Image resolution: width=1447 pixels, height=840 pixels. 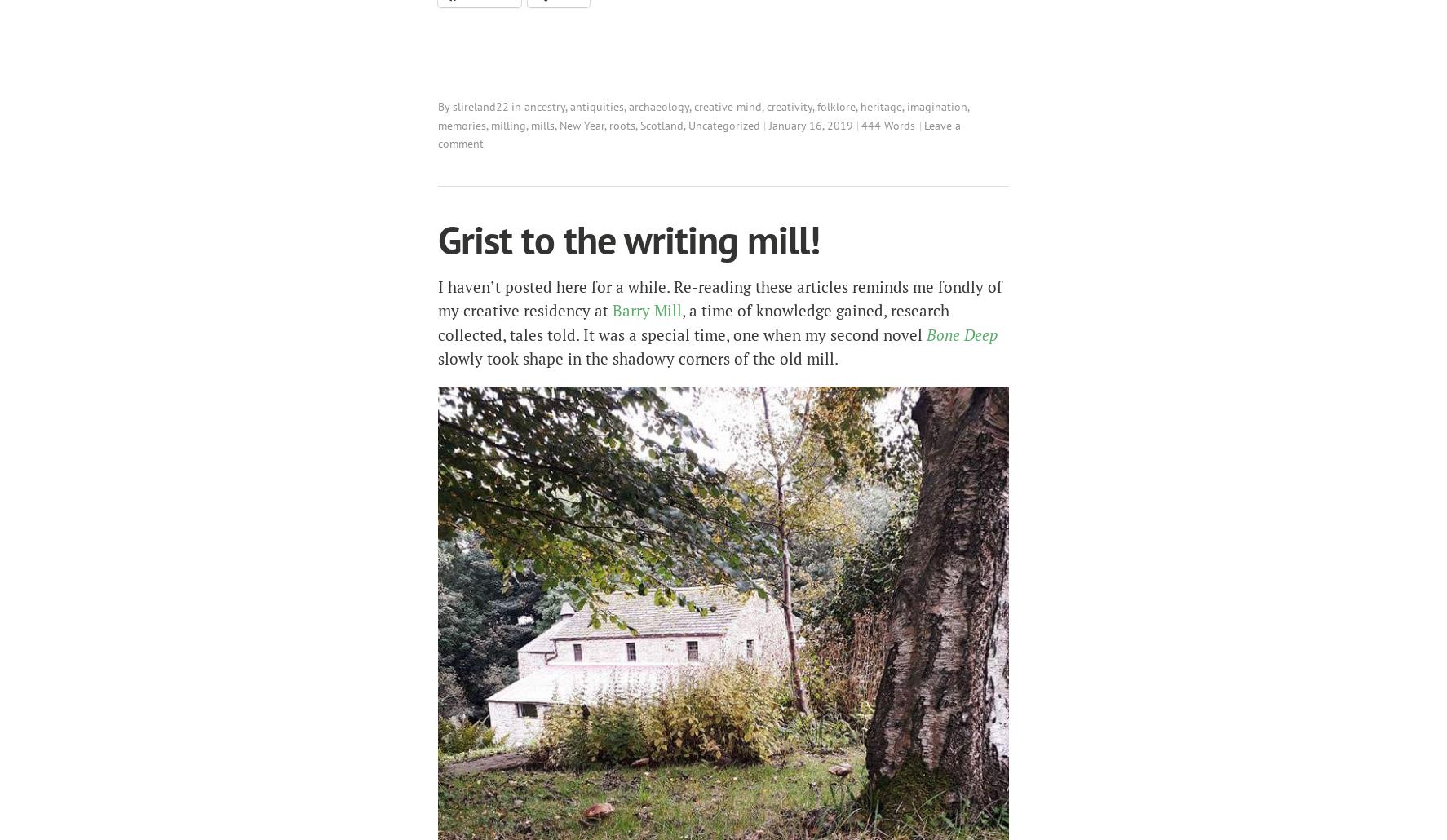 What do you see at coordinates (693, 322) in the screenshot?
I see `', a time of knowledge gained, research collected, tales told. It was a special time, one when my second novel'` at bounding box center [693, 322].